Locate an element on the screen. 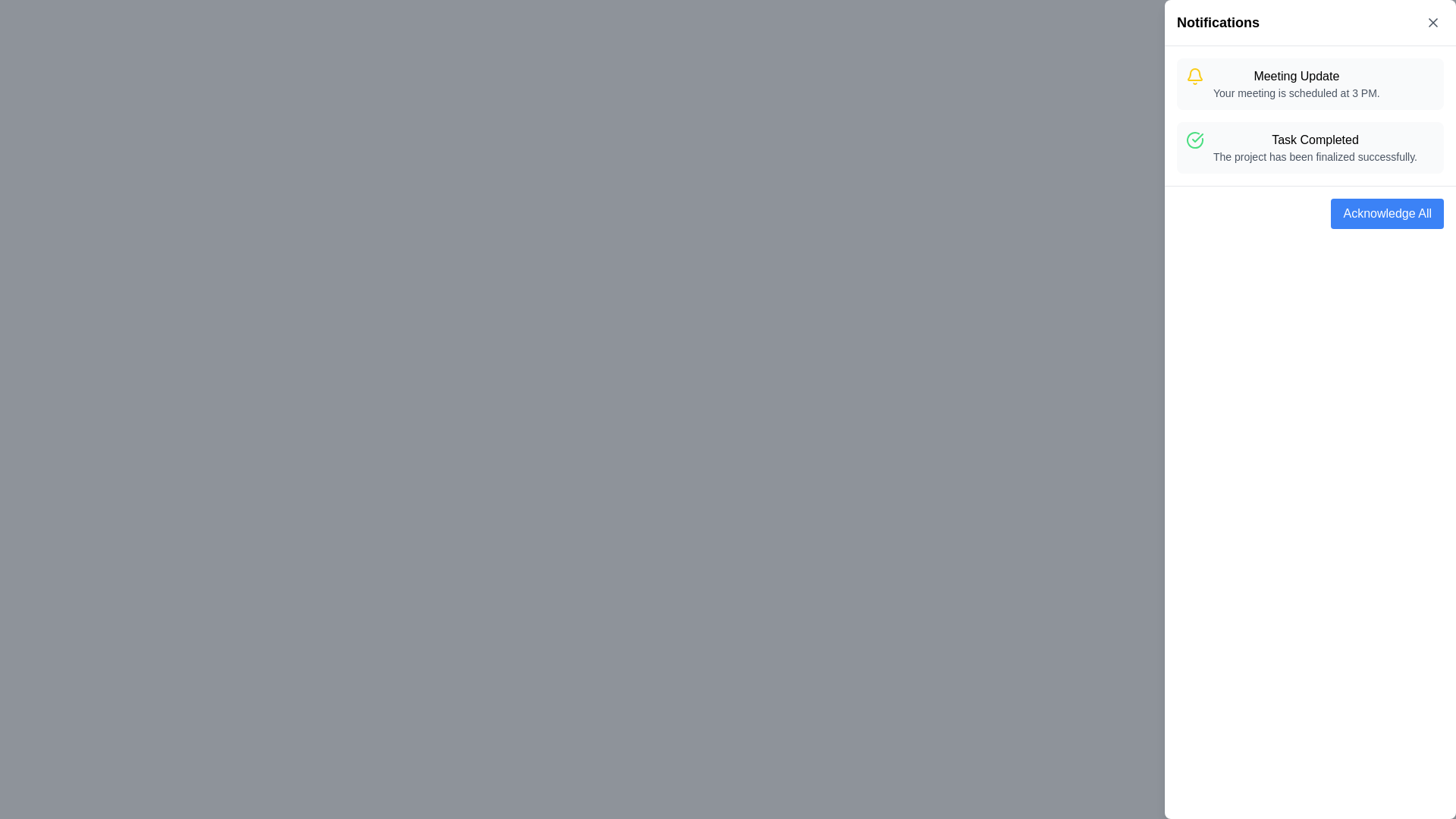 This screenshot has height=819, width=1456. the small circular button with an 'x' icon located at the top-right of the notification panel is located at coordinates (1432, 23).